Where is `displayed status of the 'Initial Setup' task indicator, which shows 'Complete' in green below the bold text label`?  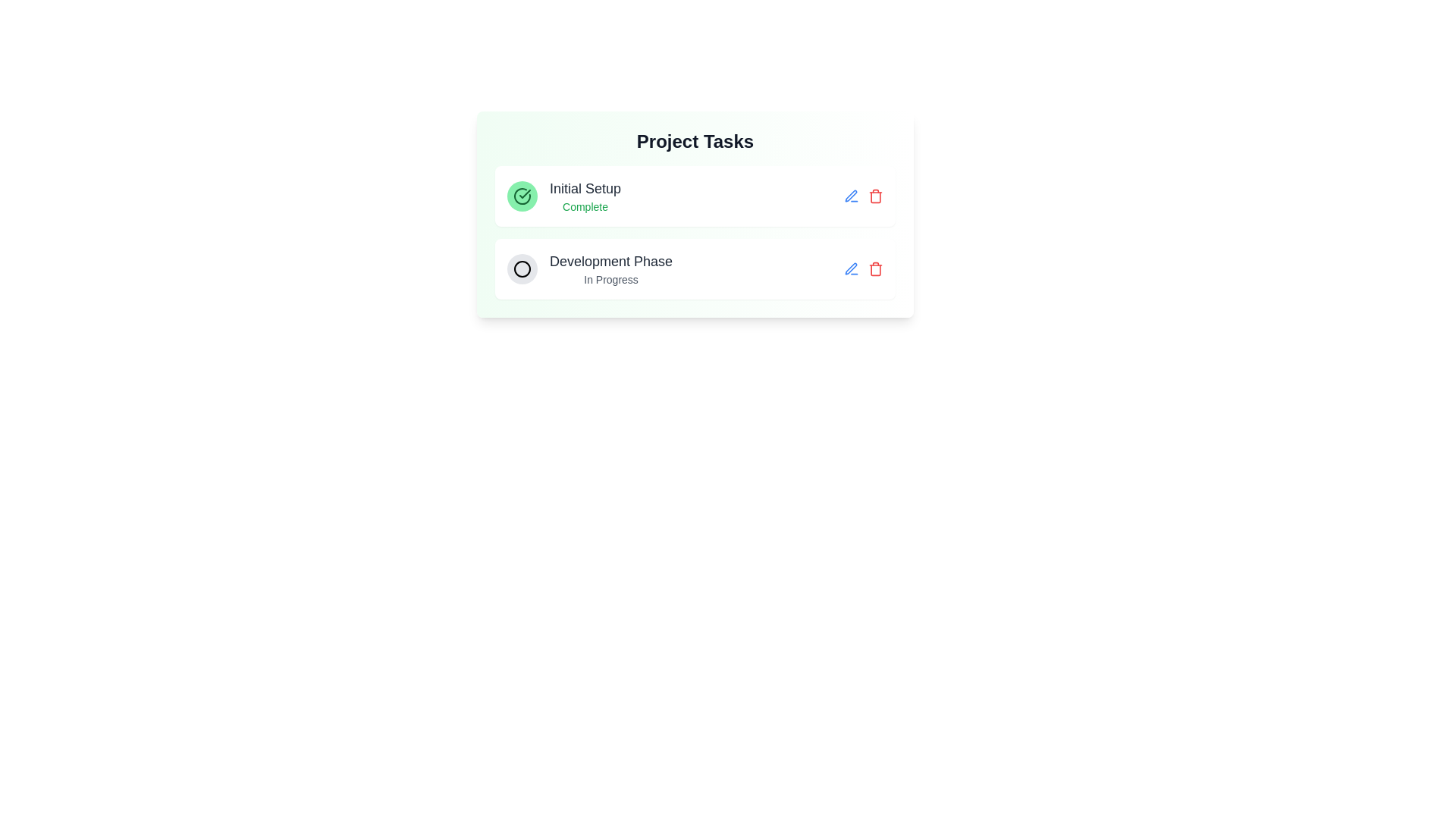
displayed status of the 'Initial Setup' task indicator, which shows 'Complete' in green below the bold text label is located at coordinates (563, 195).